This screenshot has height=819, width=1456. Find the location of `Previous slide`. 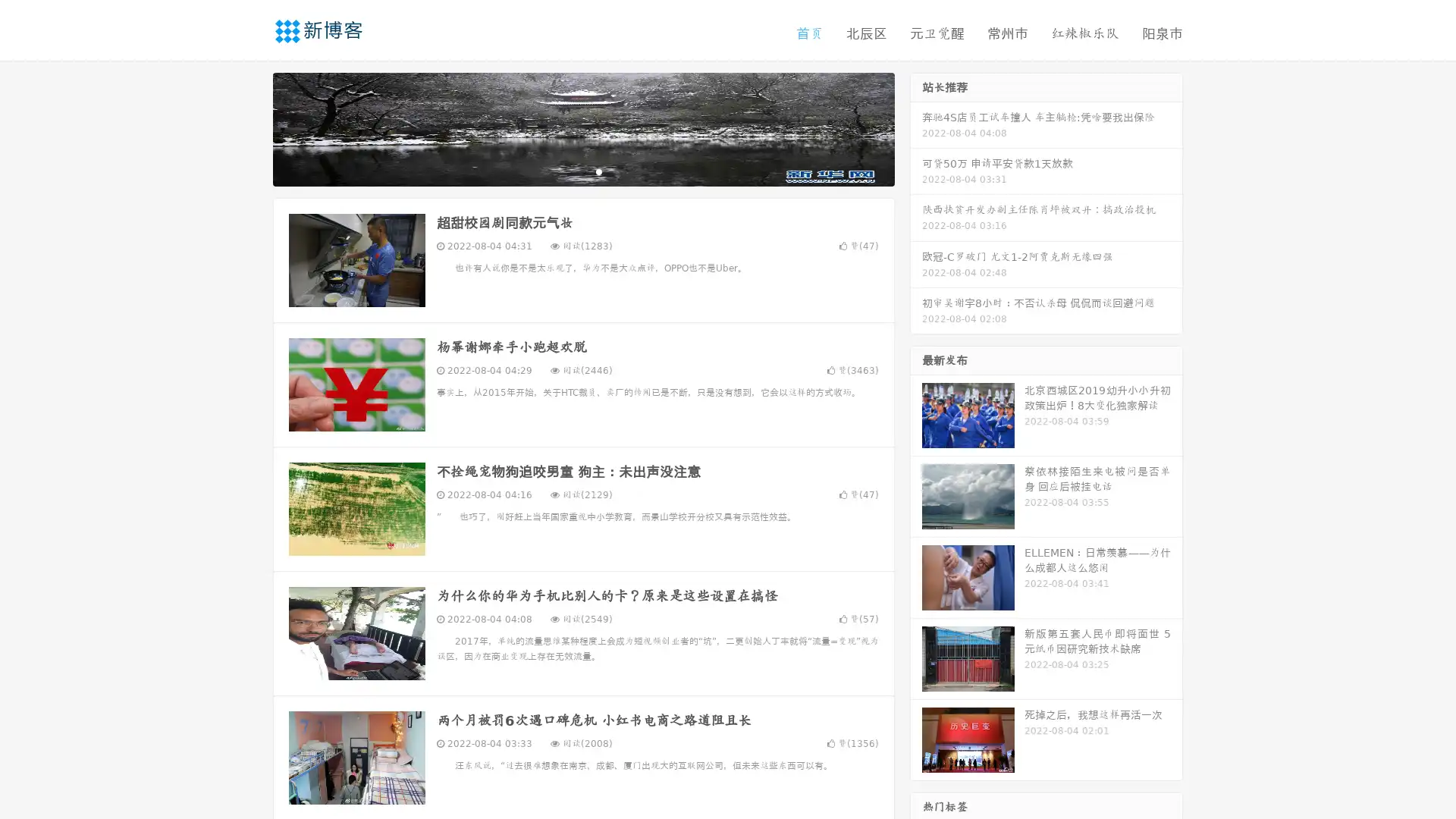

Previous slide is located at coordinates (250, 127).